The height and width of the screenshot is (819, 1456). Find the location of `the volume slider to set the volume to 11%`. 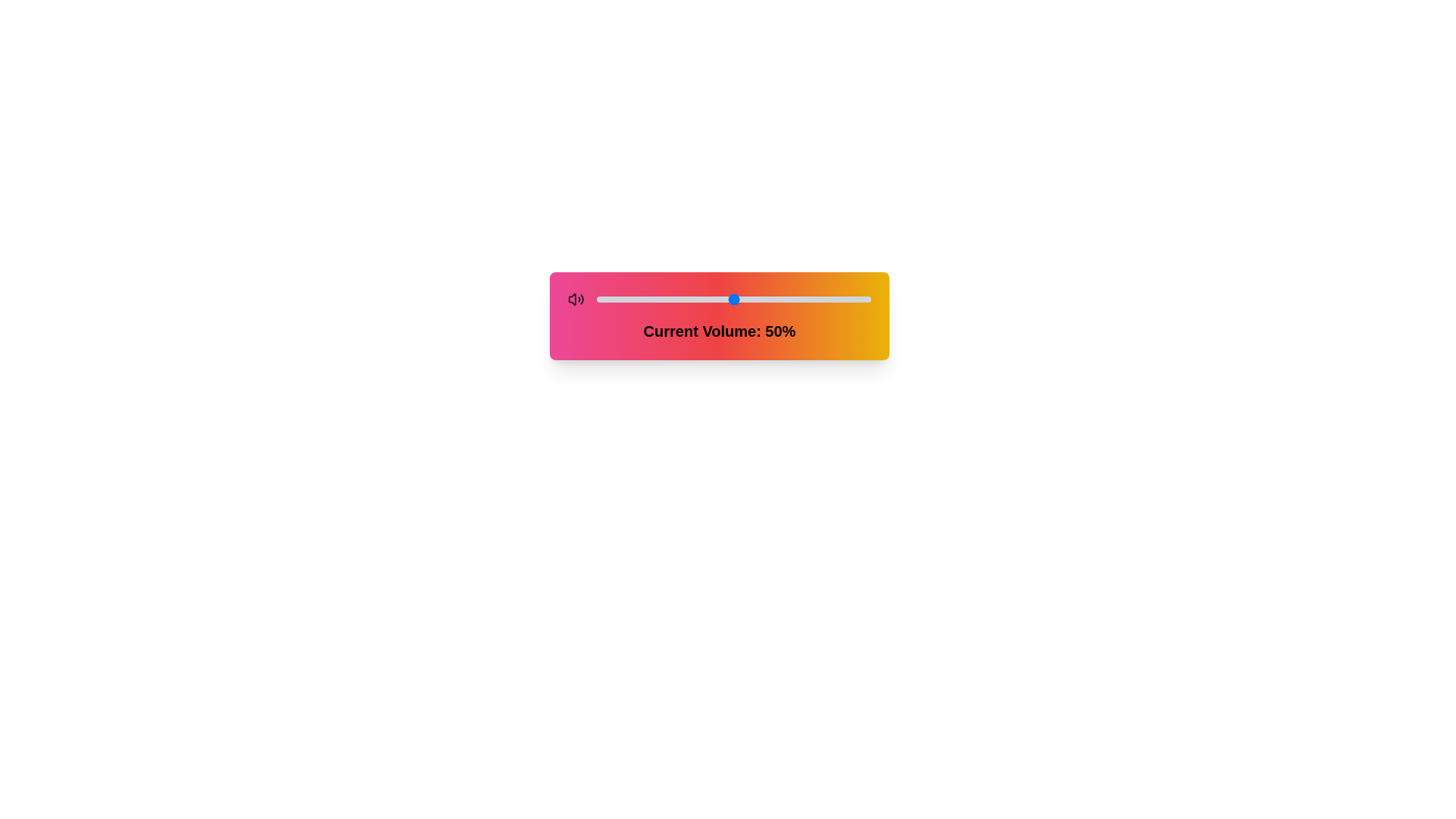

the volume slider to set the volume to 11% is located at coordinates (626, 299).